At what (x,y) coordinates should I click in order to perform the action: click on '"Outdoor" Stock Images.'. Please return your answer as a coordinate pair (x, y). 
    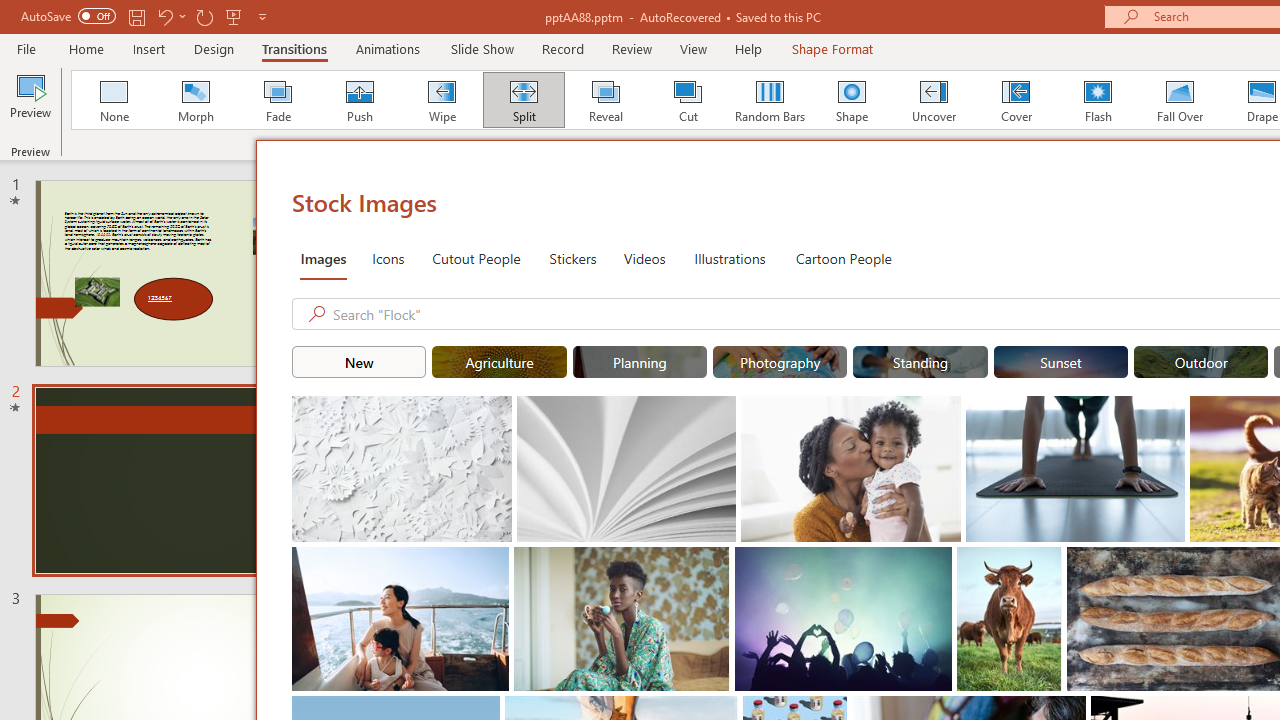
    Looking at the image, I should click on (1200, 362).